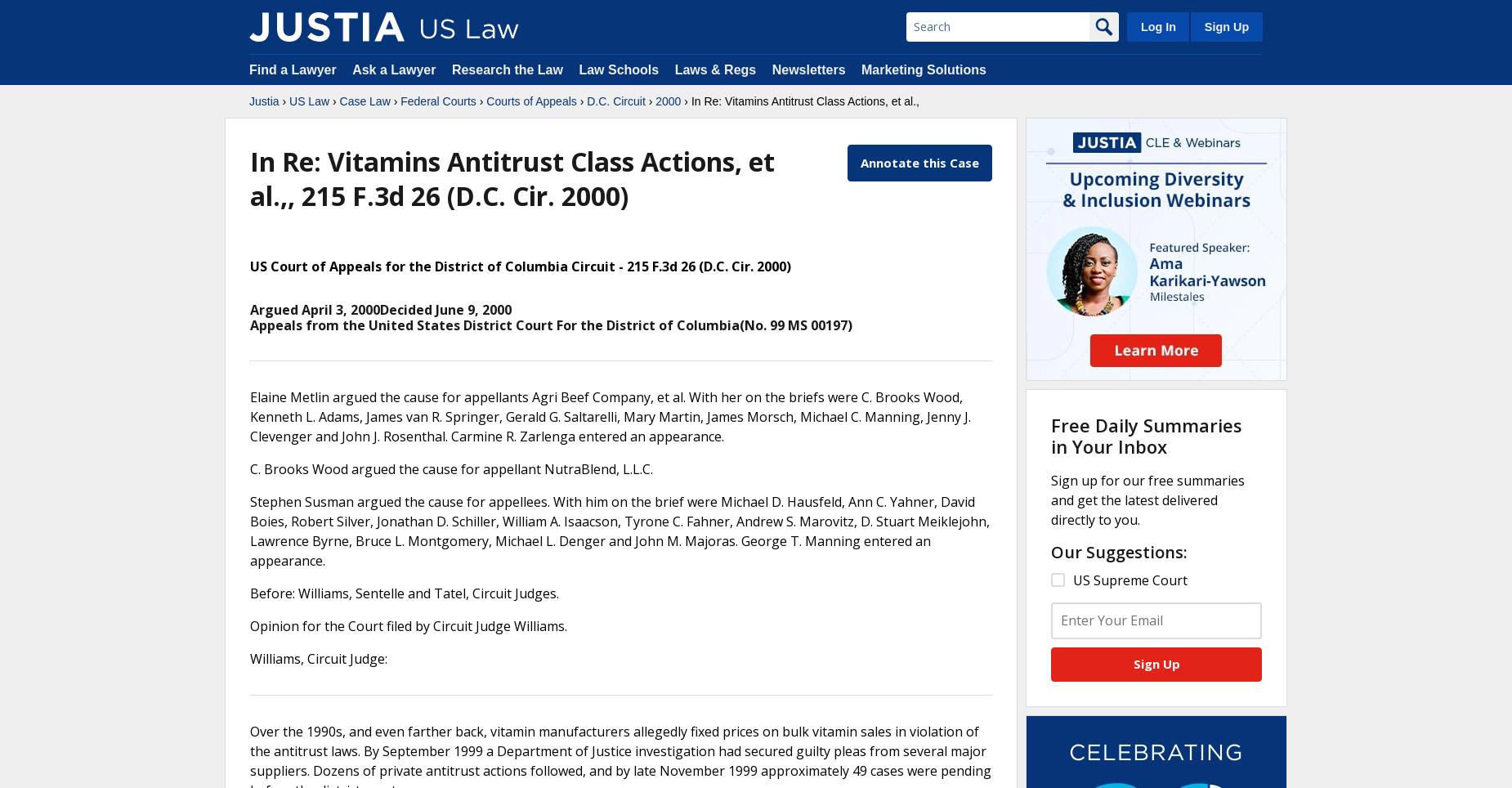  What do you see at coordinates (248, 69) in the screenshot?
I see `'Find a Lawyer'` at bounding box center [248, 69].